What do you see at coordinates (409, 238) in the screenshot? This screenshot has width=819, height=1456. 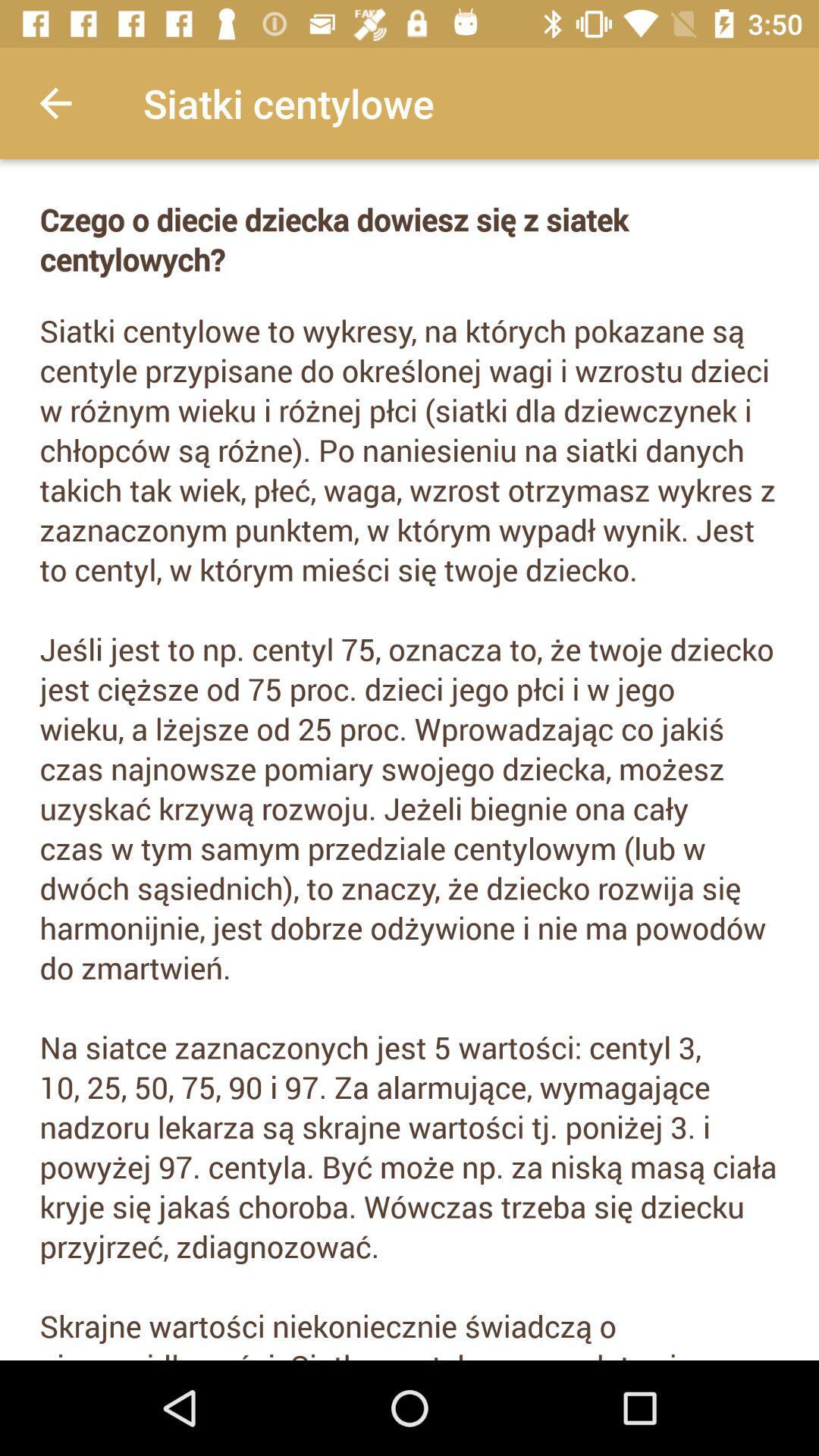 I see `the czego o diecie icon` at bounding box center [409, 238].